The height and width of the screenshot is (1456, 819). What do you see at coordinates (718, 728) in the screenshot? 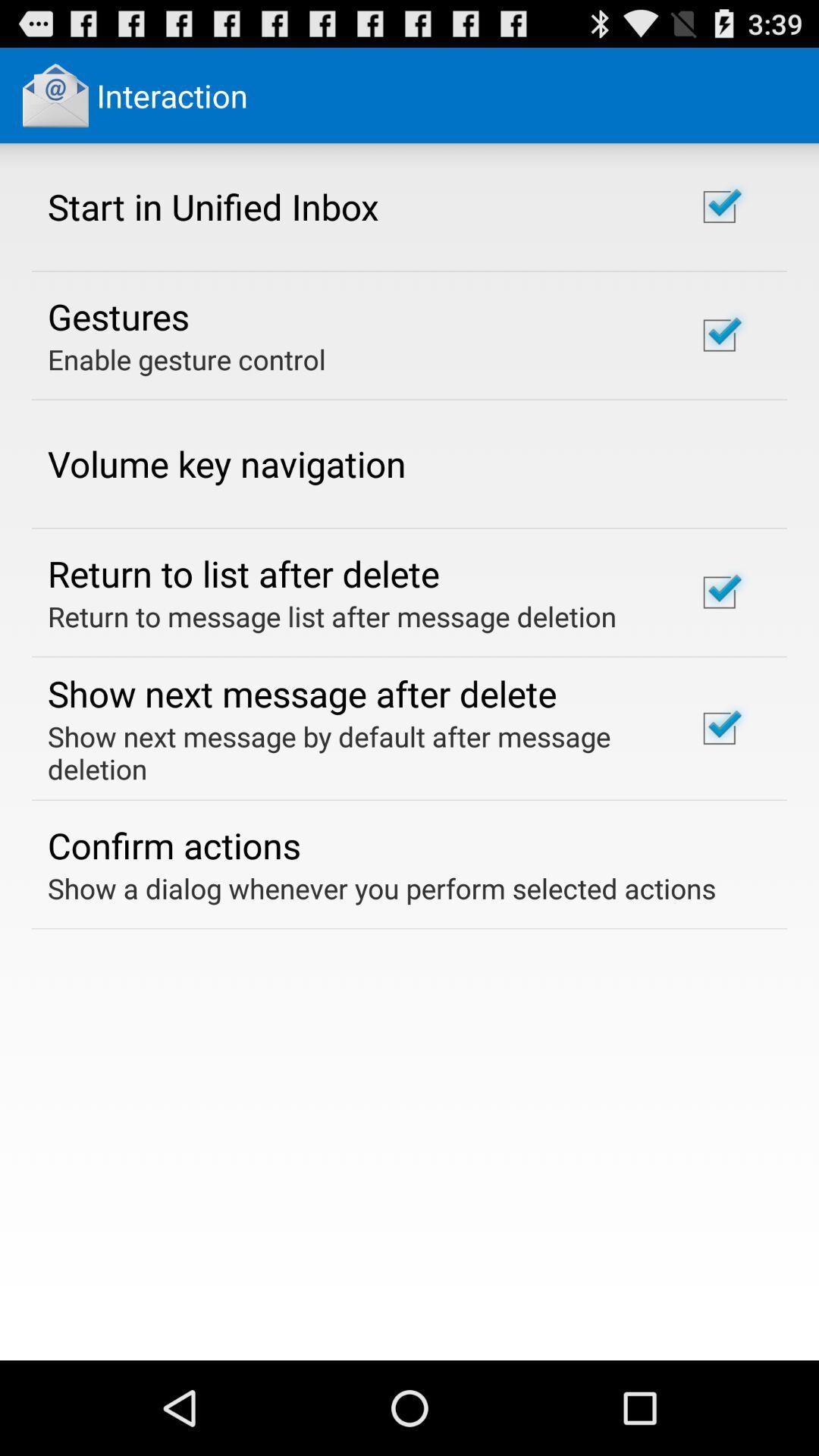
I see `the last select button of the page` at bounding box center [718, 728].